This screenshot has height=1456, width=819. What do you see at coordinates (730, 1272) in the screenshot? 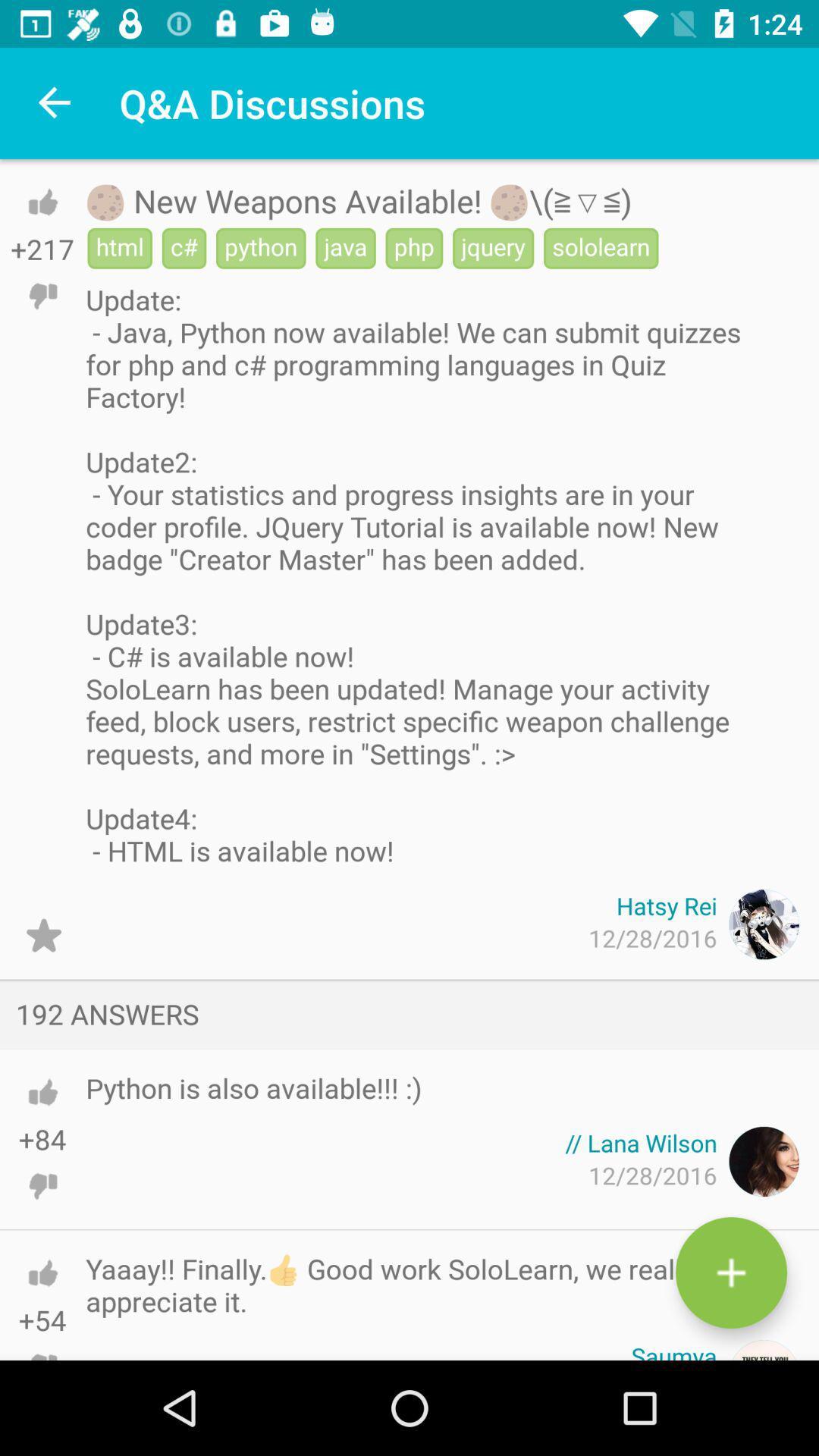
I see `item` at bounding box center [730, 1272].